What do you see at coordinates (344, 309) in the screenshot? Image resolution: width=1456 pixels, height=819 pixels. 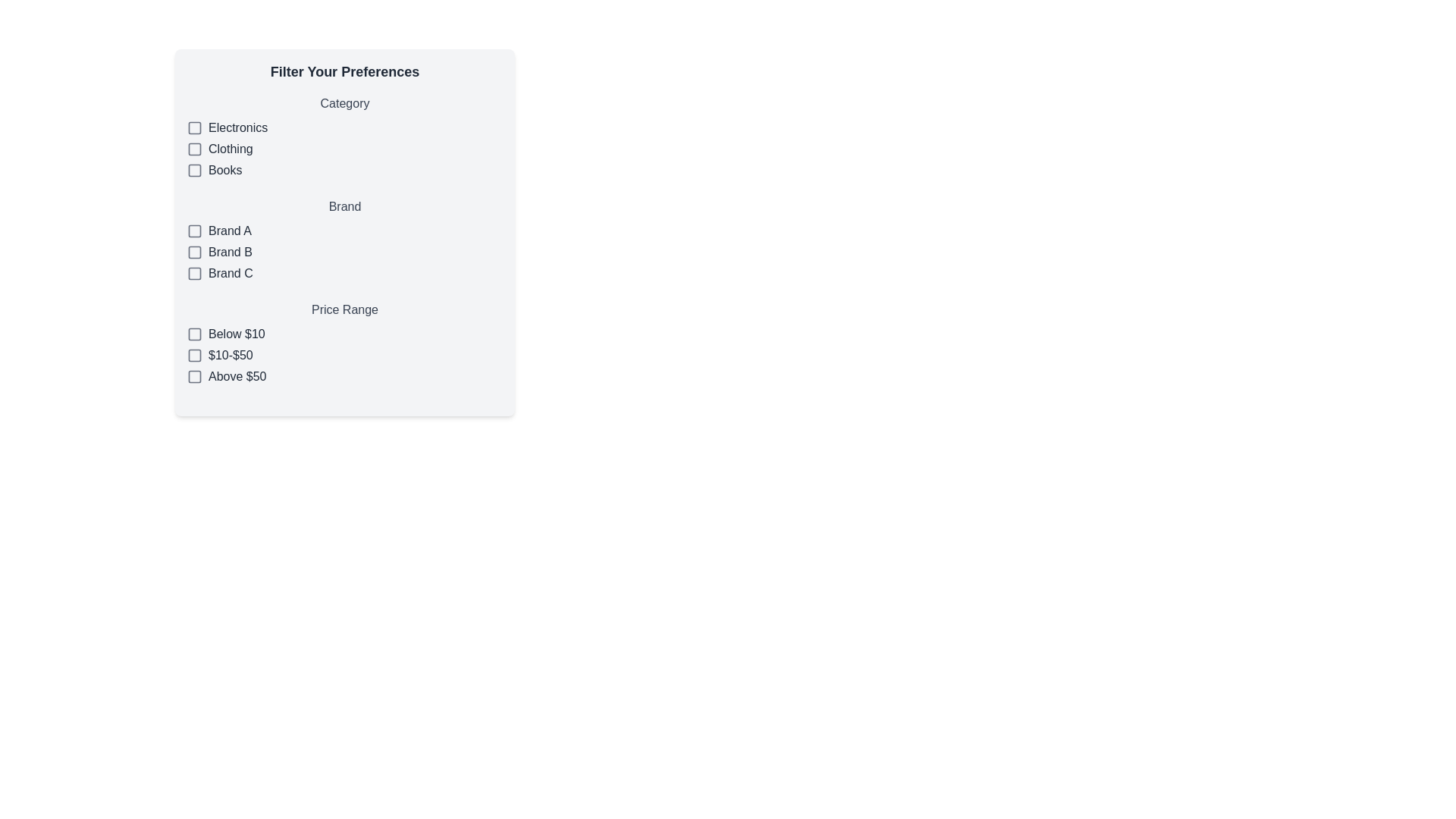 I see `the 'Price Range' text label, which is a medium-weight gray label located under the 'Brand' section in the 'Filter Your Preferences' vertical section` at bounding box center [344, 309].